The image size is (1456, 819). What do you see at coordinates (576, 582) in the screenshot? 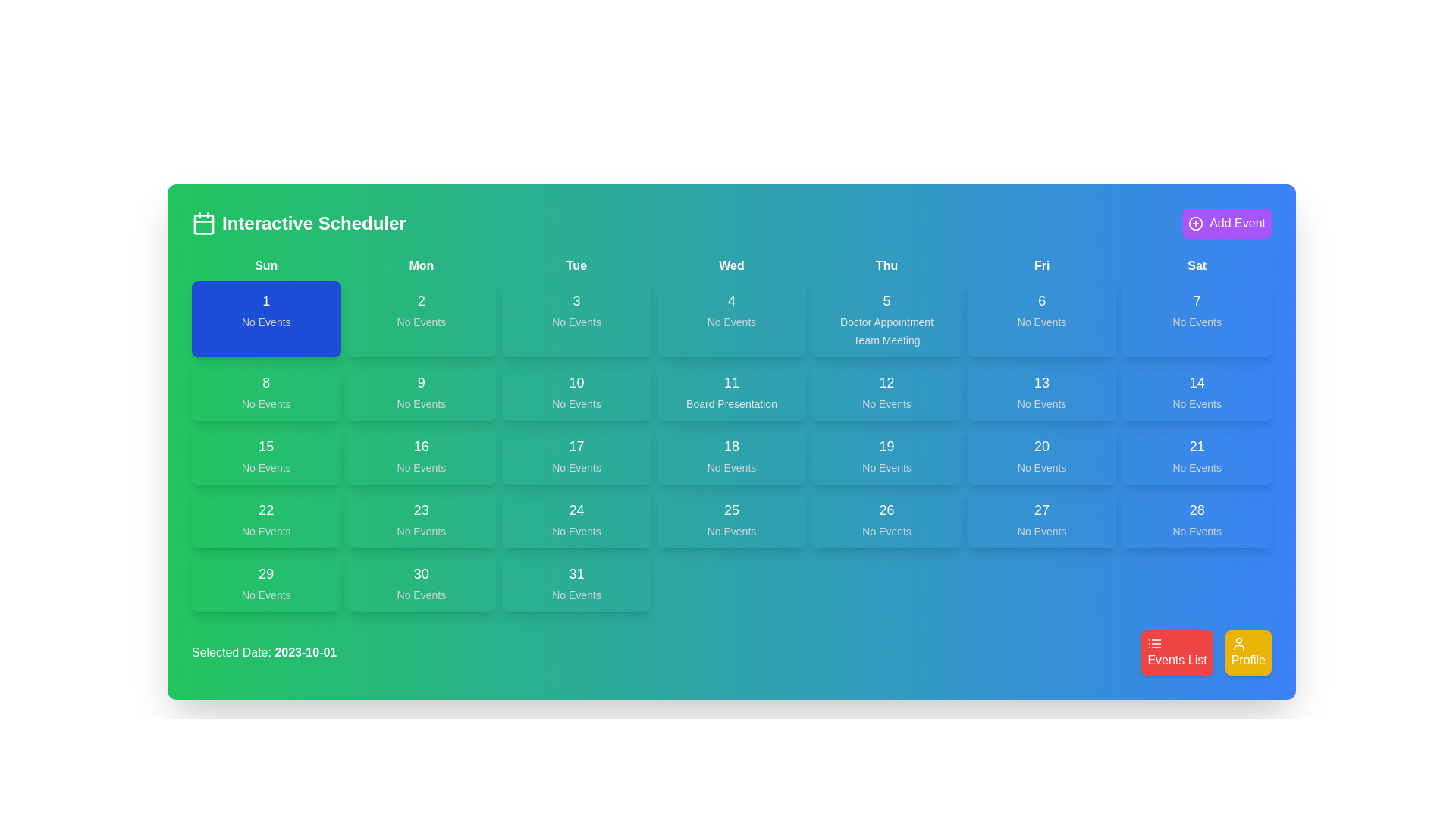
I see `the calendar cell representing the 31st day, located in the bottom-right corner of the calendar grid` at bounding box center [576, 582].